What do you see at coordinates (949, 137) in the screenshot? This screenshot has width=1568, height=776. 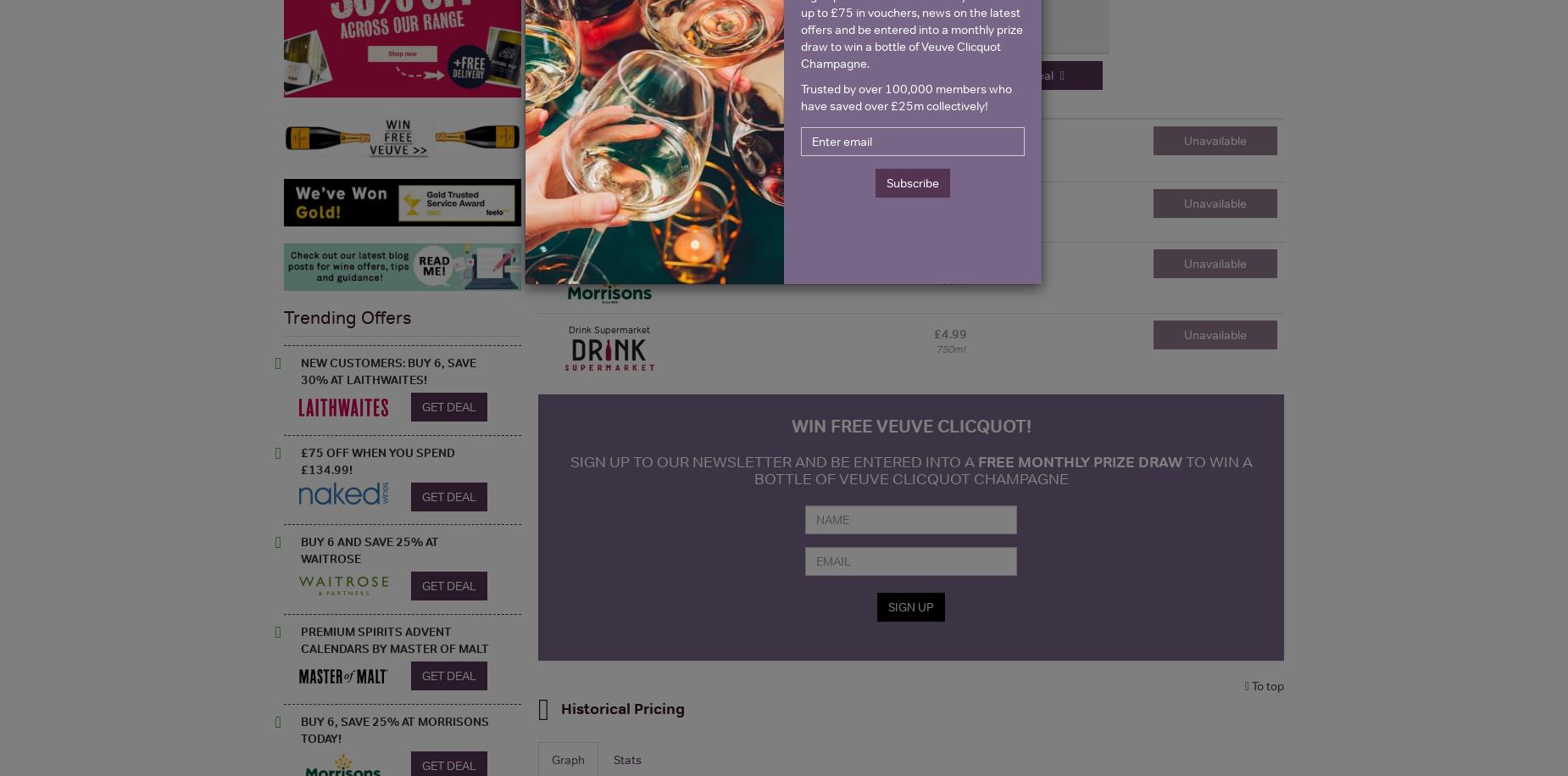 I see `'£4.50'` at bounding box center [949, 137].